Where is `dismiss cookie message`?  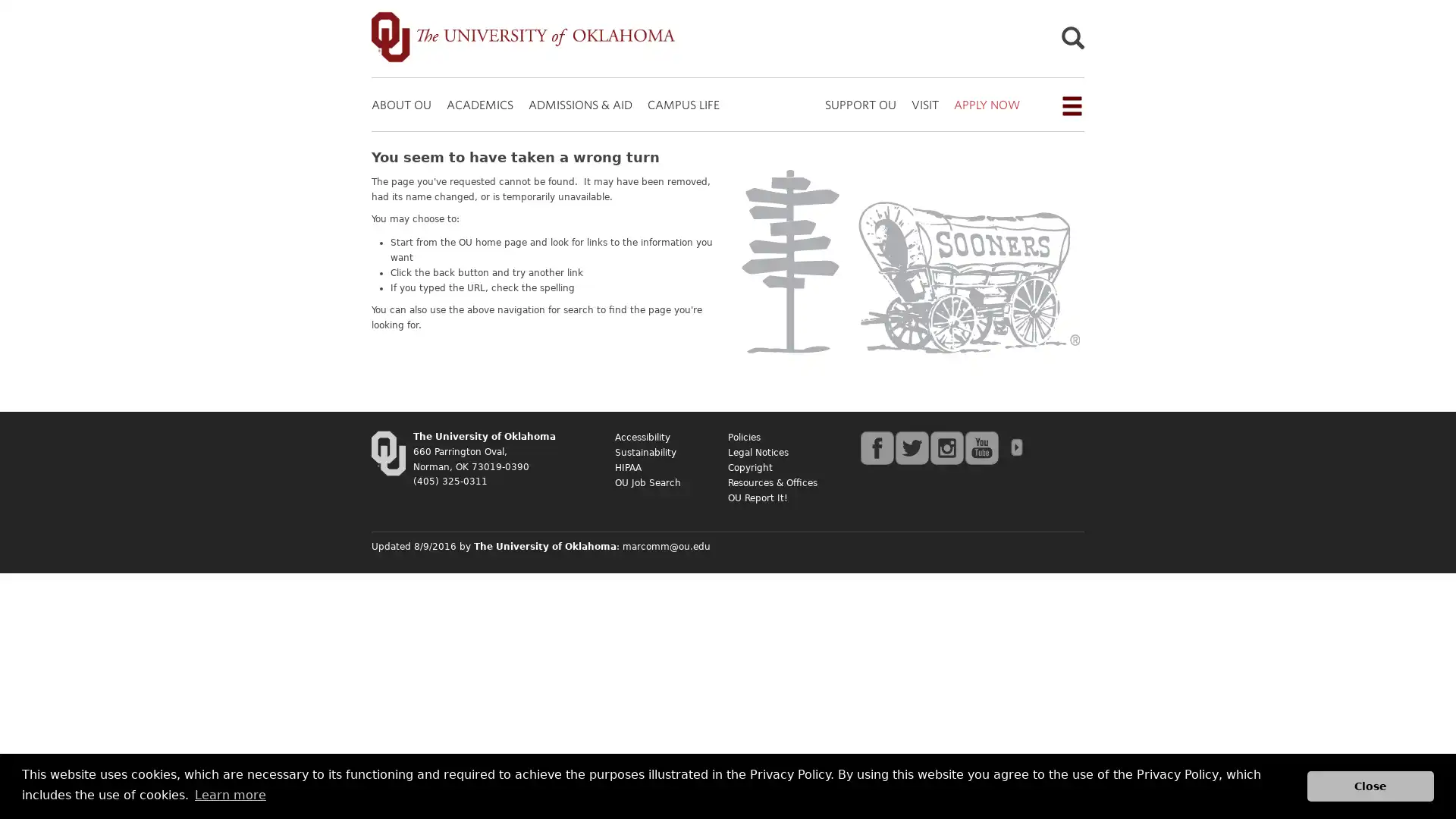
dismiss cookie message is located at coordinates (1370, 785).